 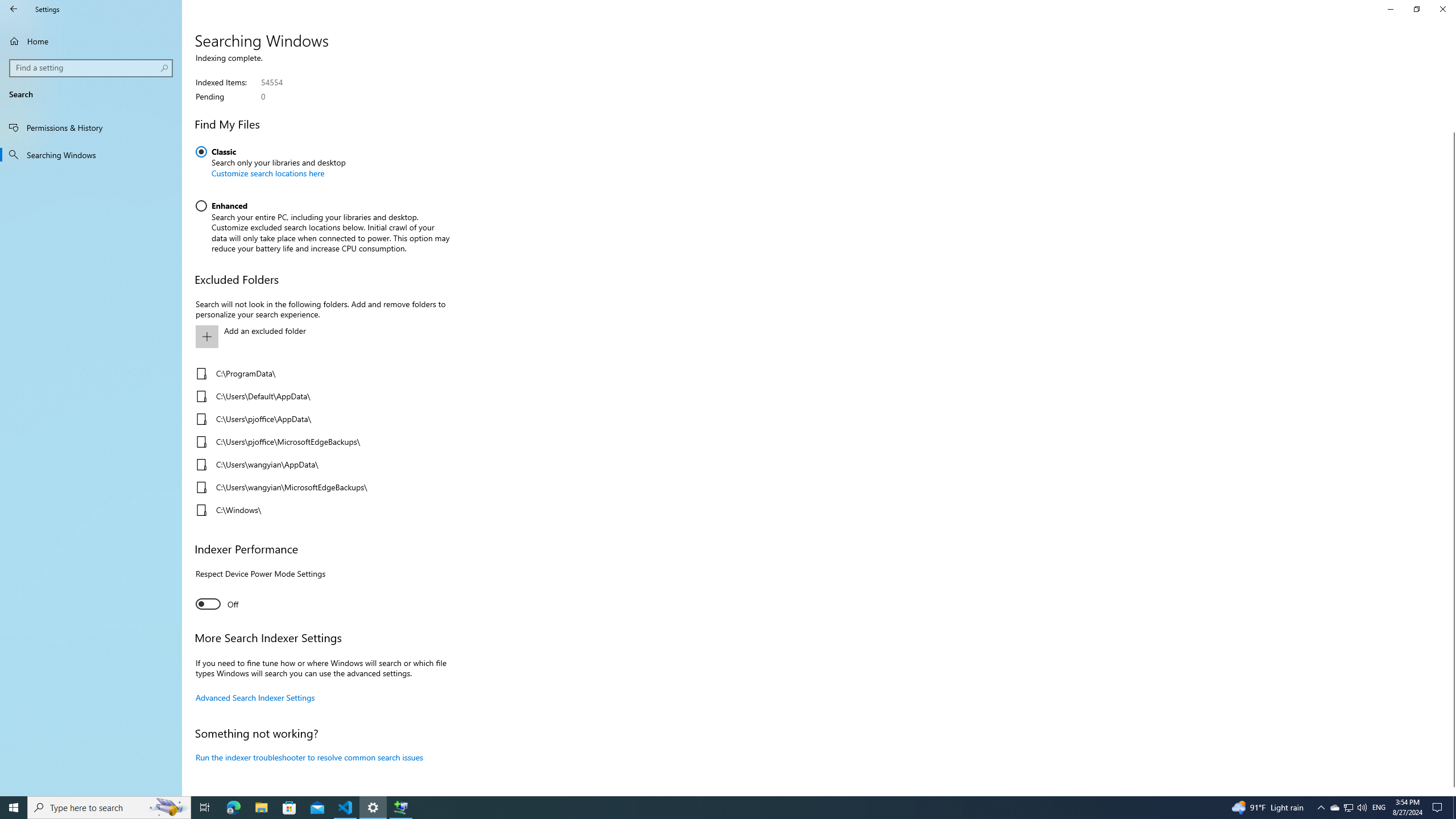 What do you see at coordinates (401, 806) in the screenshot?
I see `'Extensible Wizards Host Process - 1 running window'` at bounding box center [401, 806].